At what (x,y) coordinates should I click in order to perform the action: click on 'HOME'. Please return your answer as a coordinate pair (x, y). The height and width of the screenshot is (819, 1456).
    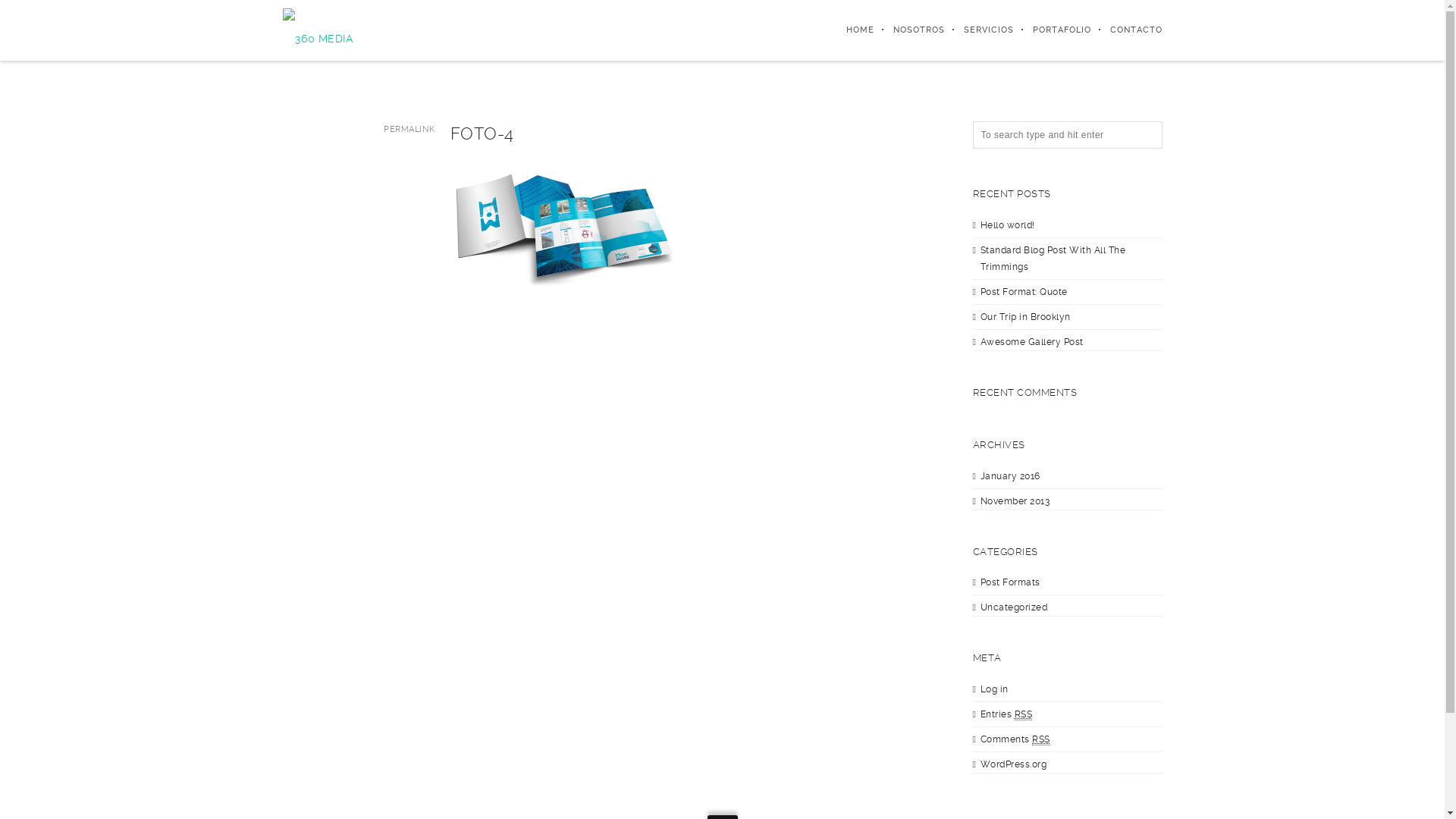
    Looking at the image, I should click on (850, 30).